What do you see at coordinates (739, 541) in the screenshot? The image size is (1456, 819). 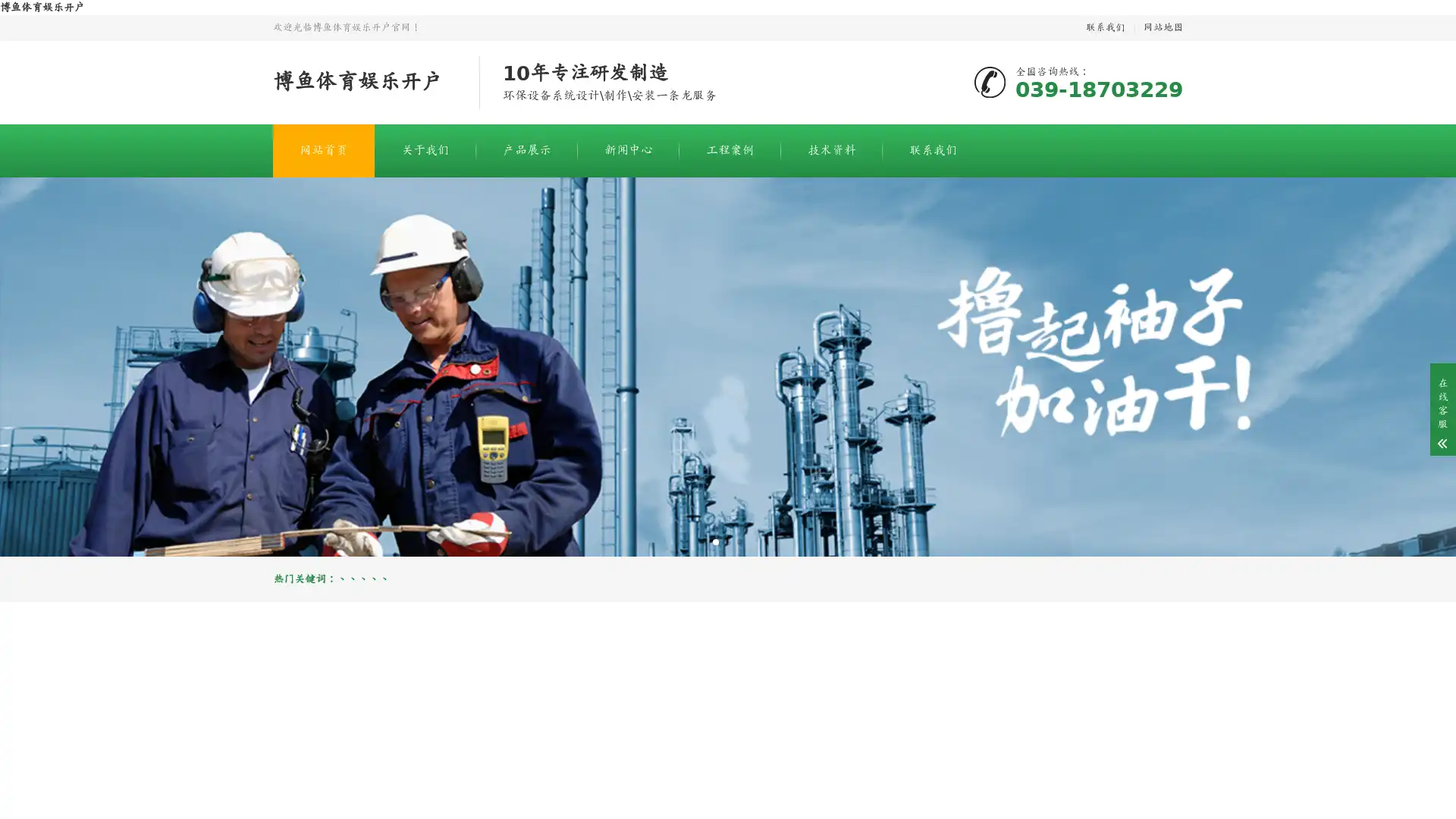 I see `Go to slide 3` at bounding box center [739, 541].